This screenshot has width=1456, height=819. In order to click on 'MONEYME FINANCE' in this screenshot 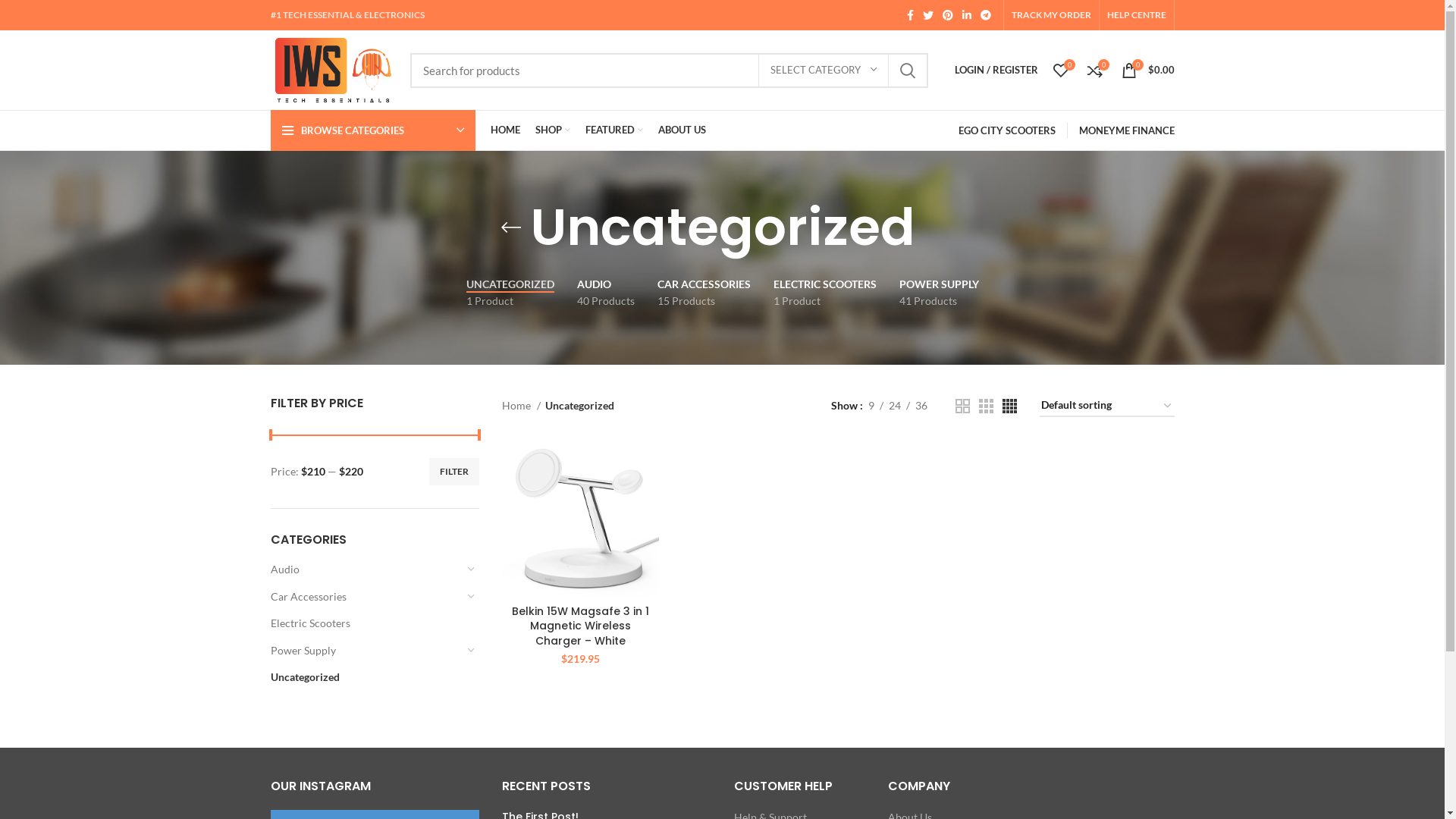, I will do `click(1125, 130)`.